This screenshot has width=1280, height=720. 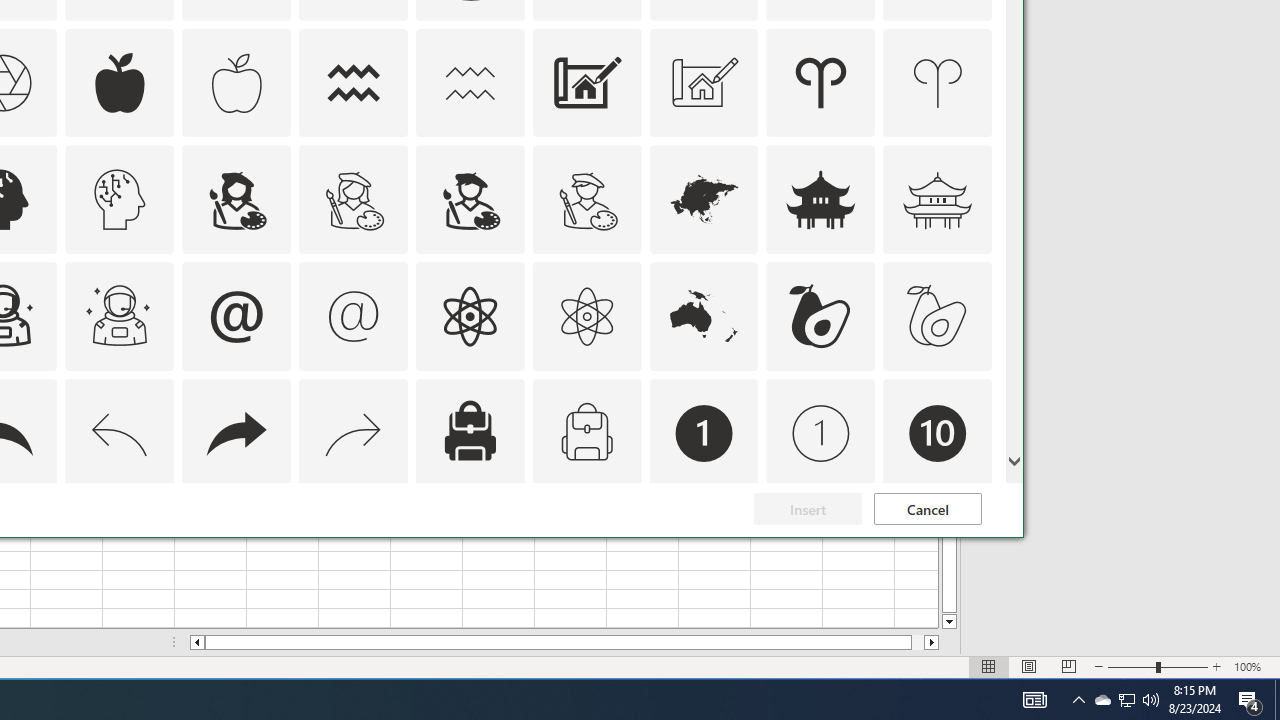 I want to click on 'AutomationID: Icons_Back_RTL_M', so click(x=353, y=433).